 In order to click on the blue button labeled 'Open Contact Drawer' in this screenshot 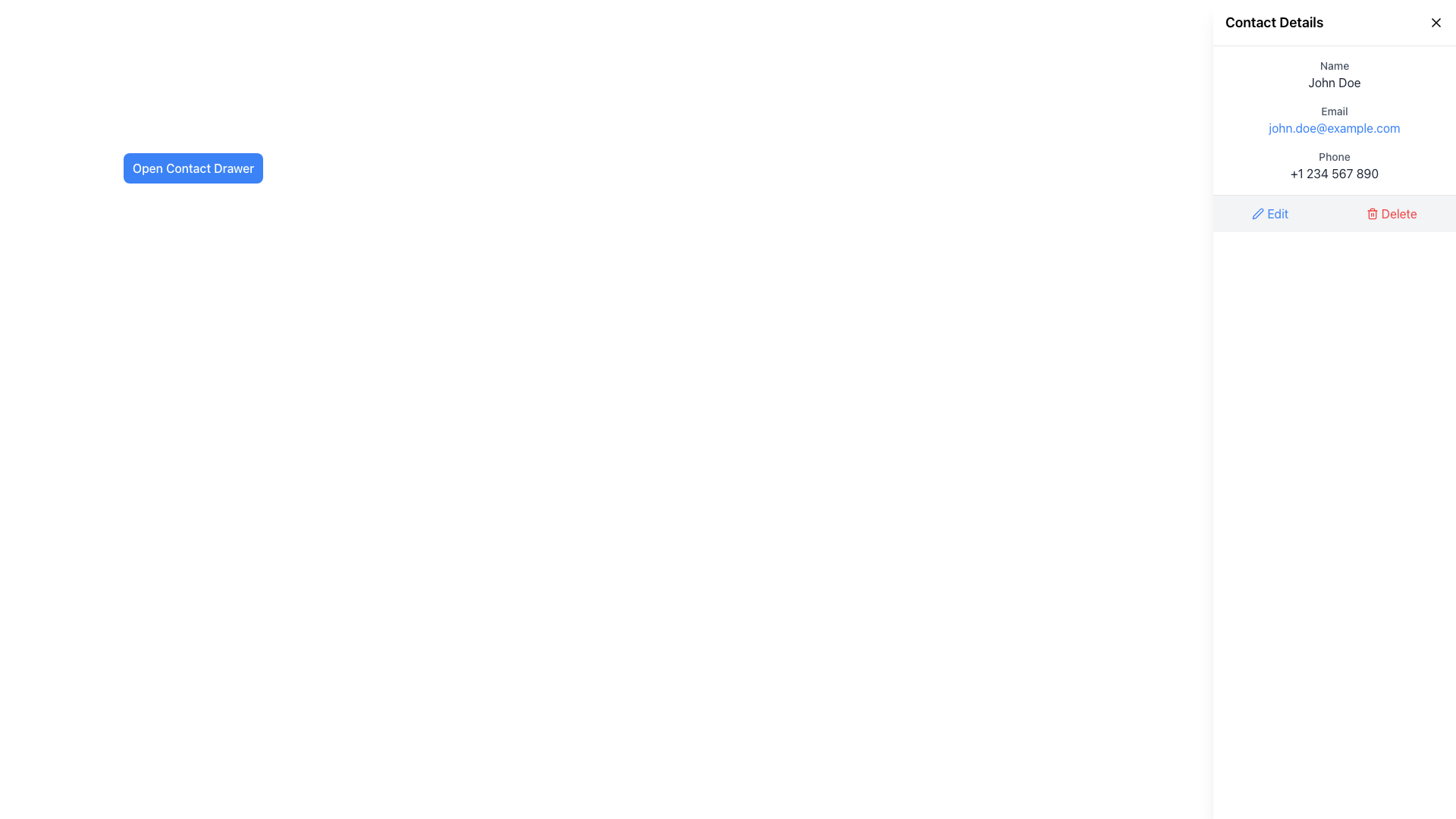, I will do `click(192, 168)`.